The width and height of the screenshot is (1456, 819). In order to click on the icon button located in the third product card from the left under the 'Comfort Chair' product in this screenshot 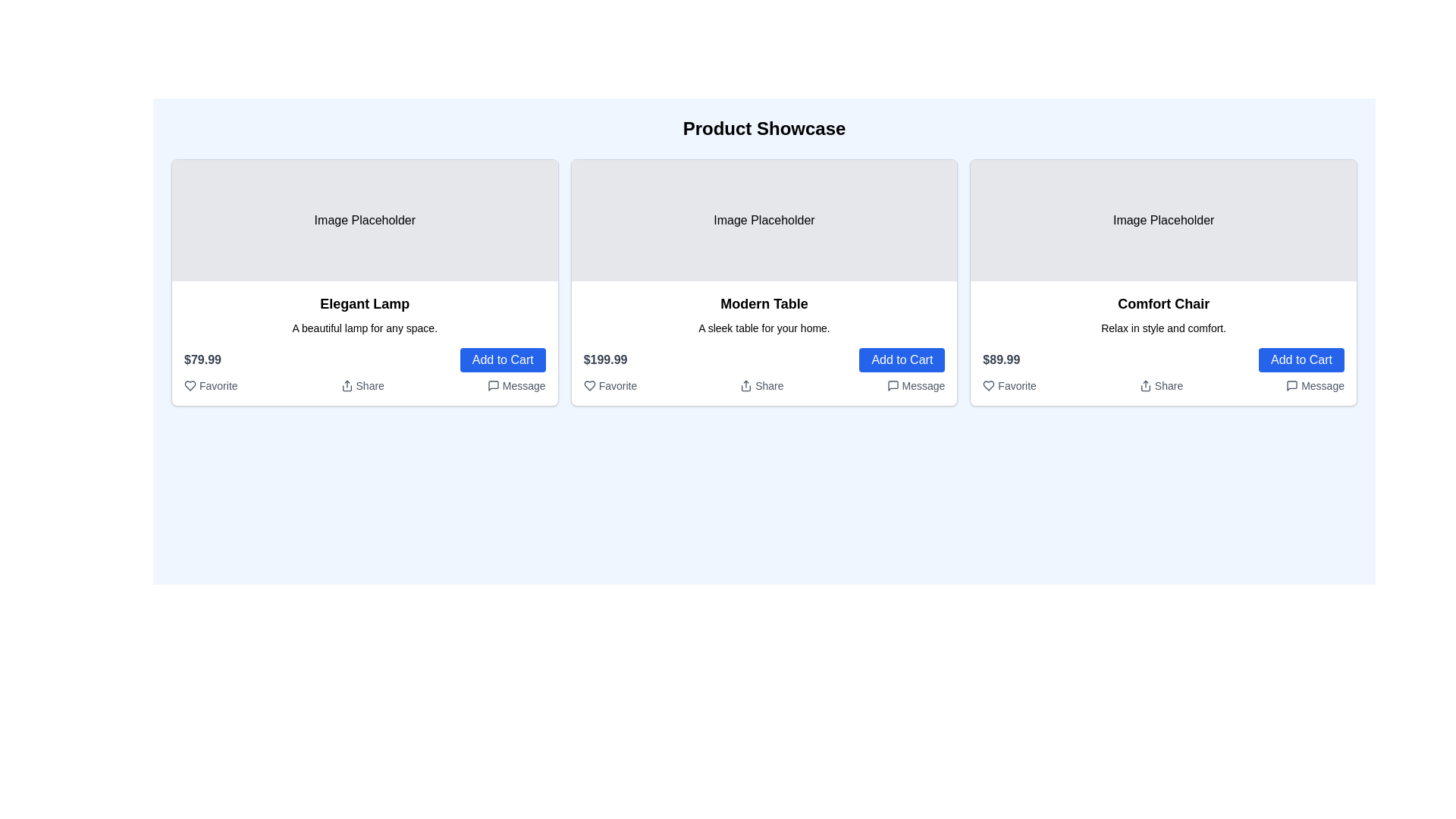, I will do `click(1291, 385)`.